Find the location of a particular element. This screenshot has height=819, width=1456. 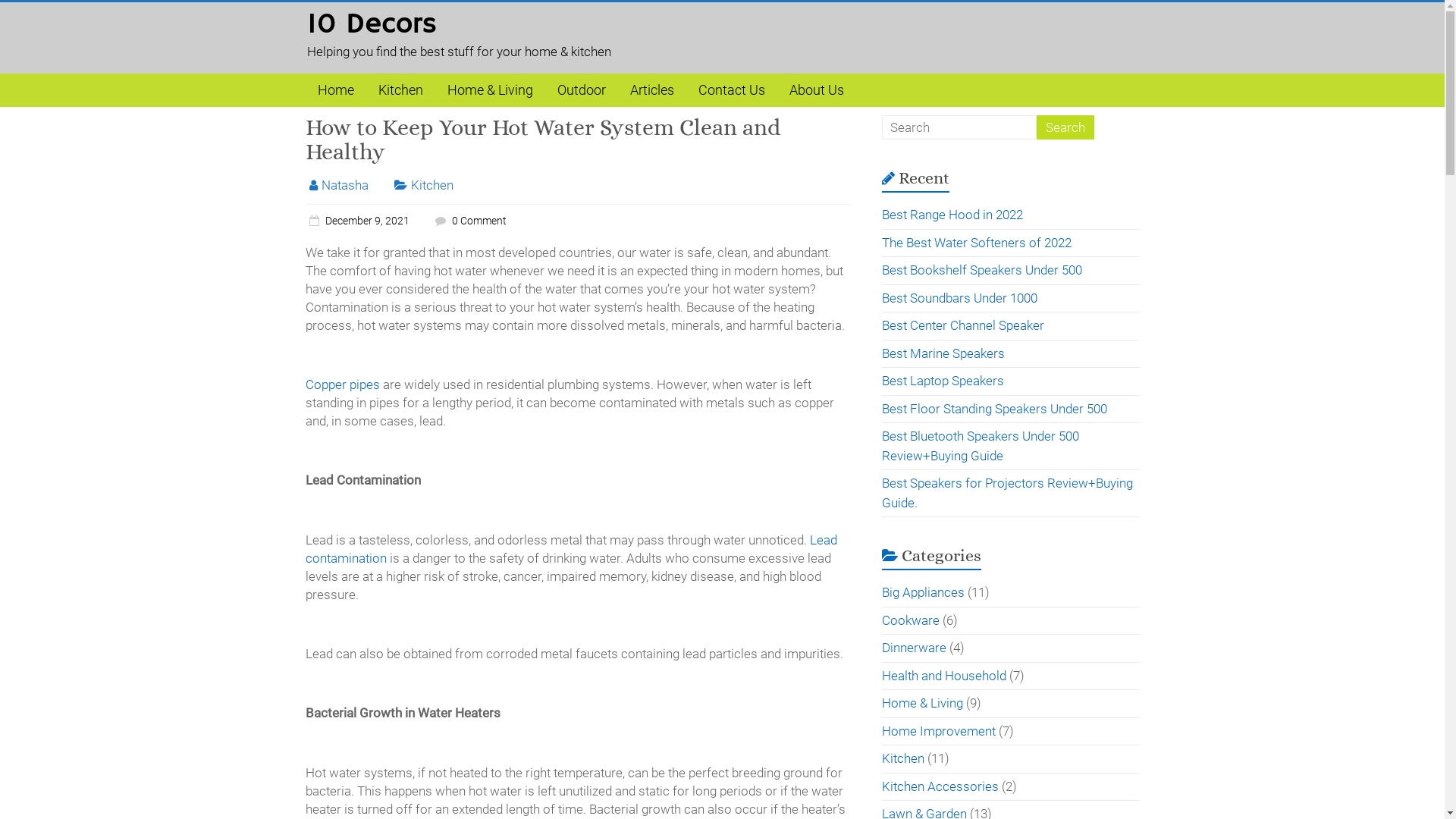

'Articles' is located at coordinates (651, 90).